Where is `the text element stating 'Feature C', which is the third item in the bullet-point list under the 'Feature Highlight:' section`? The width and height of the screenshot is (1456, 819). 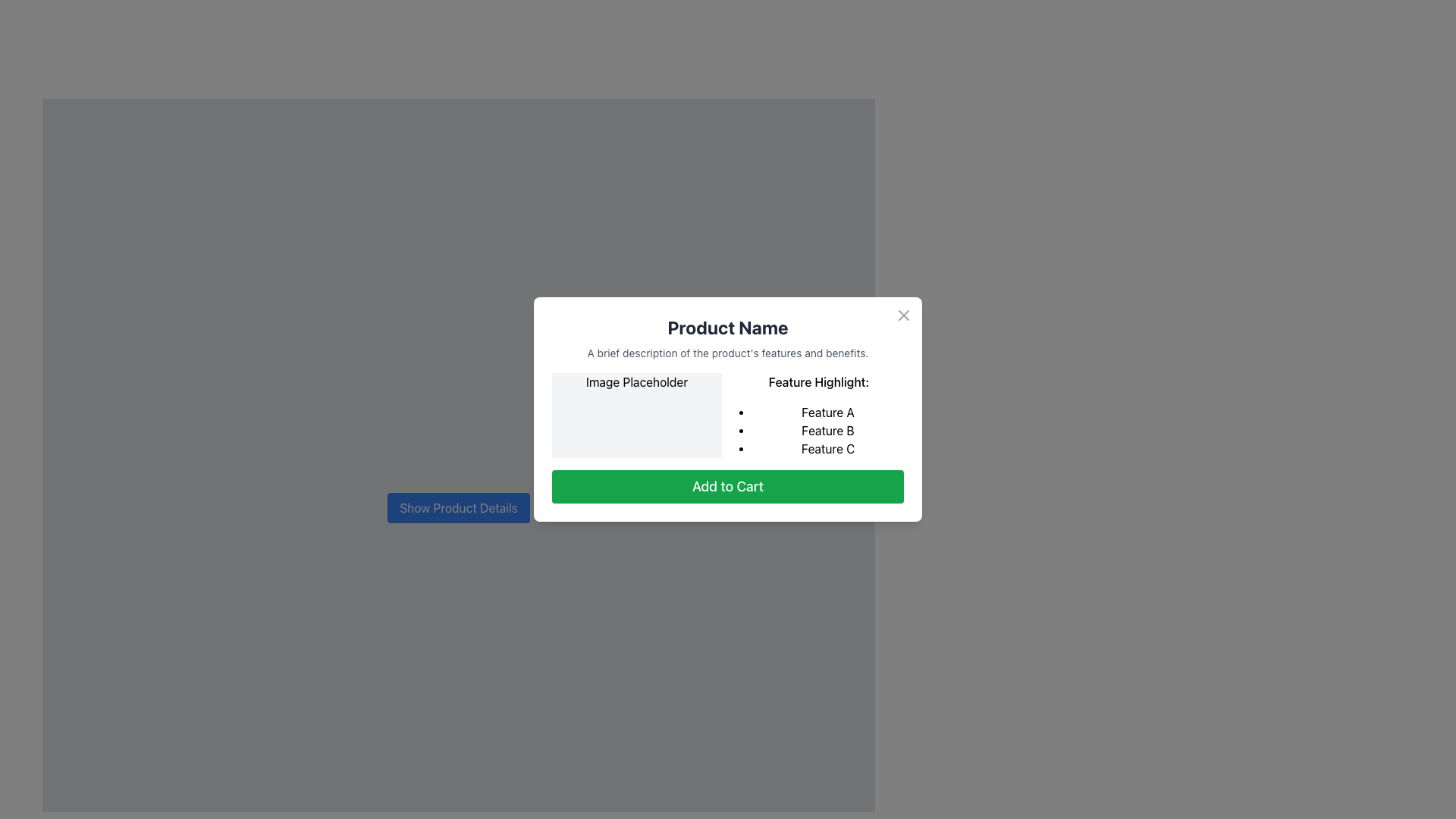 the text element stating 'Feature C', which is the third item in the bullet-point list under the 'Feature Highlight:' section is located at coordinates (827, 447).